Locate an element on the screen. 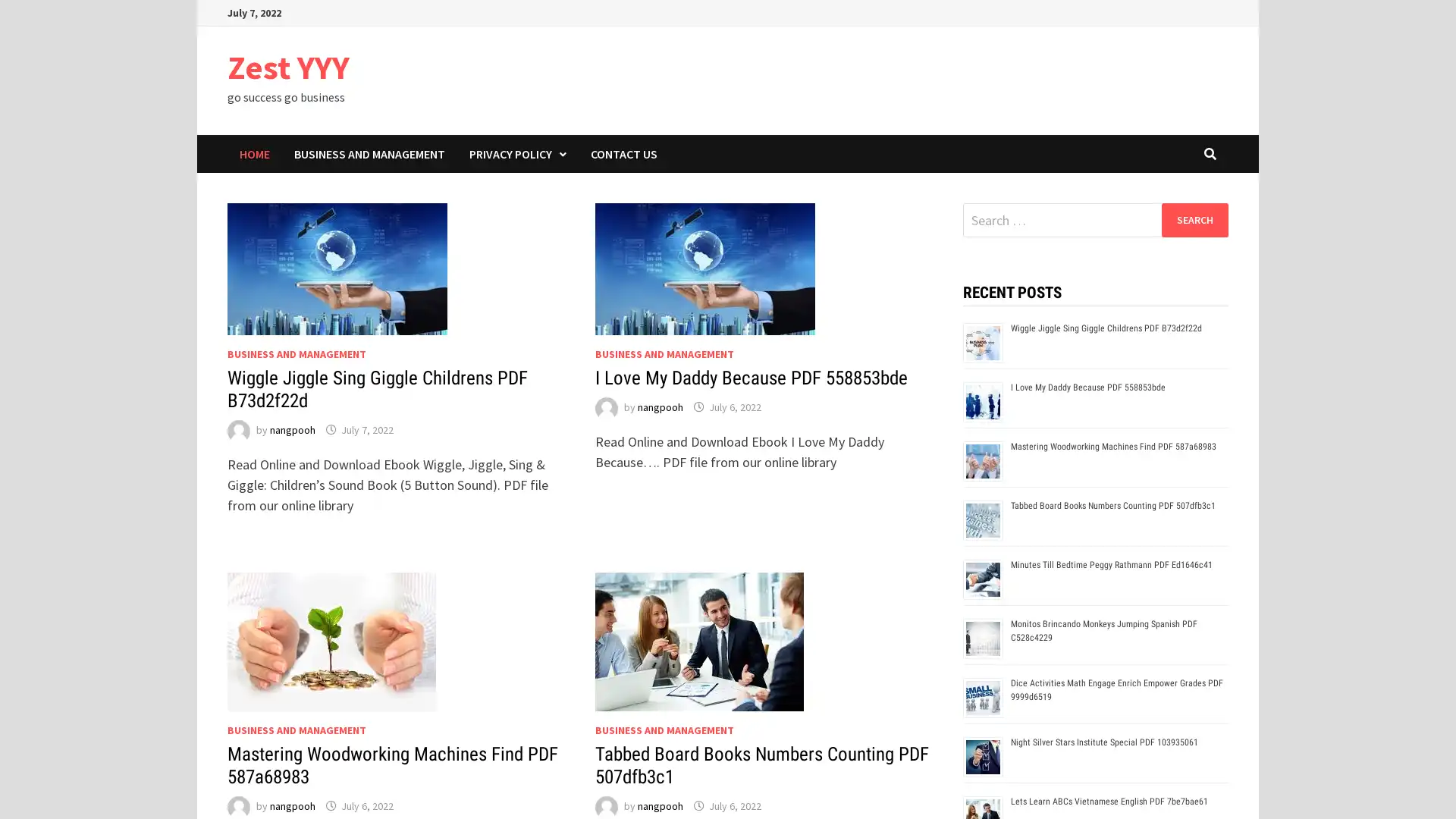 The height and width of the screenshot is (819, 1456). Search is located at coordinates (1194, 219).